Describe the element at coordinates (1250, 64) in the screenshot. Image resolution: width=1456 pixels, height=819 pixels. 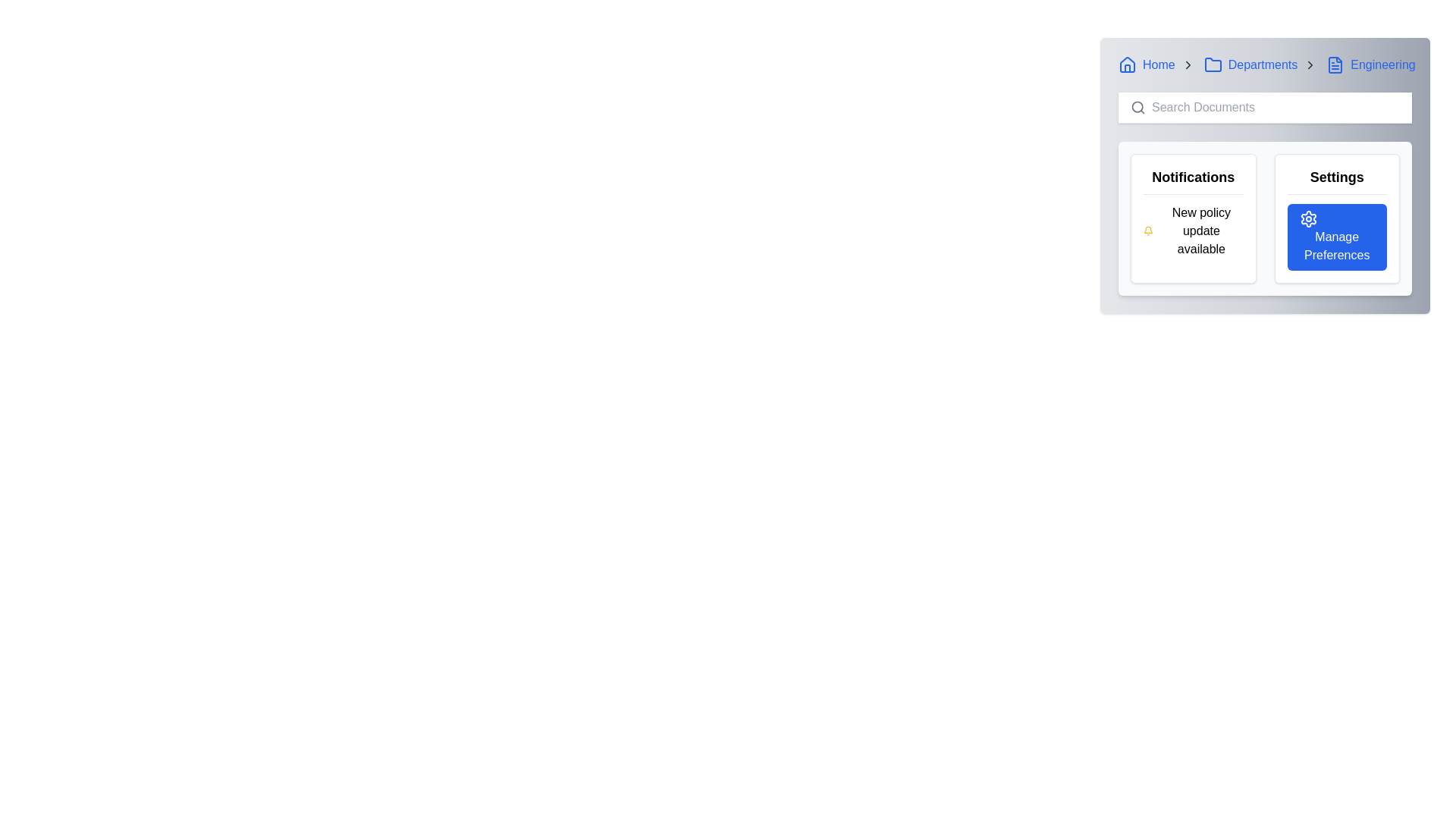
I see `the 'Departments' hyperlink, which is styled in blue font and accompanied by a folder icon` at that location.